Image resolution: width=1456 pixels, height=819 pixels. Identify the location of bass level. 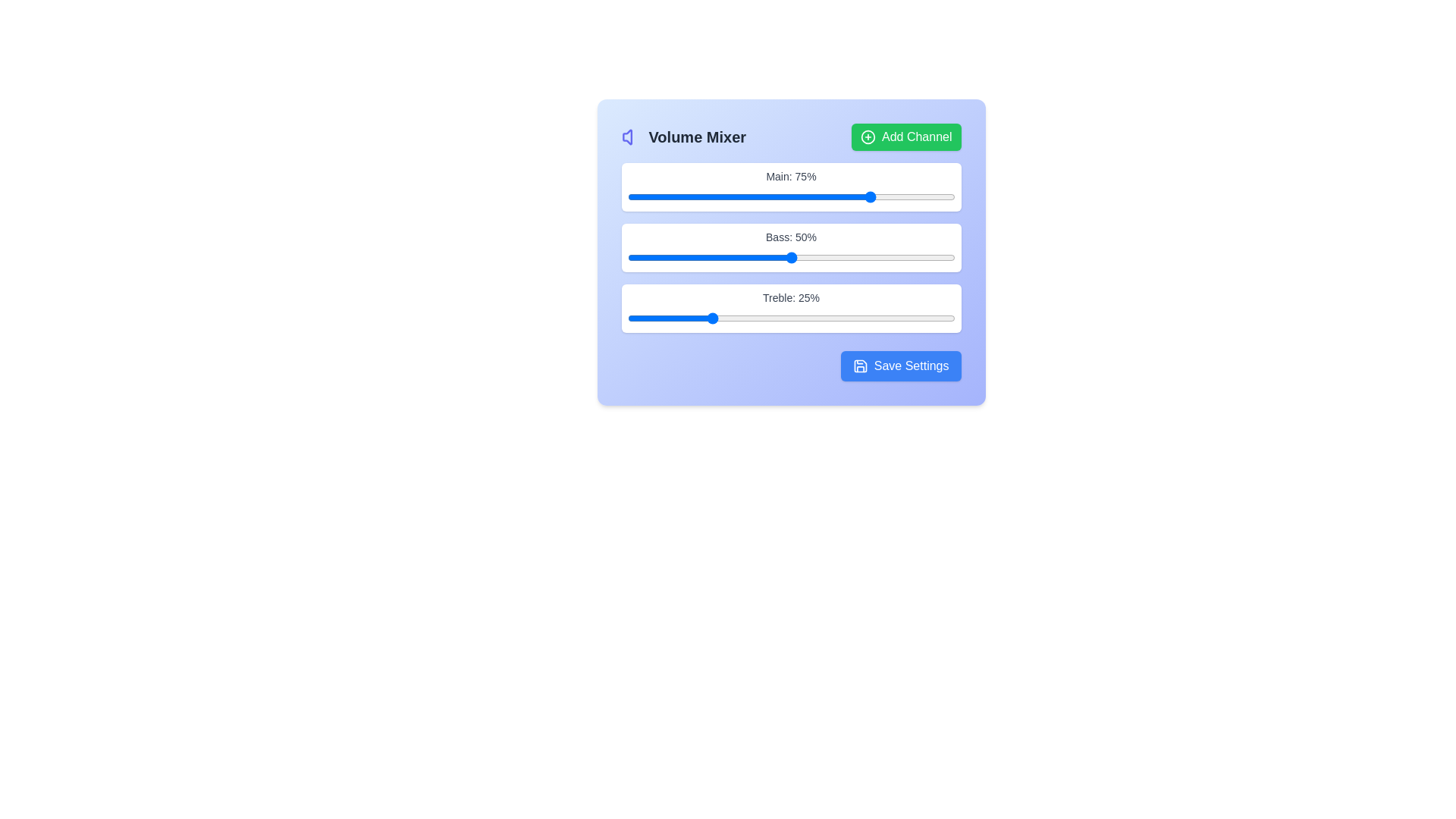
(937, 256).